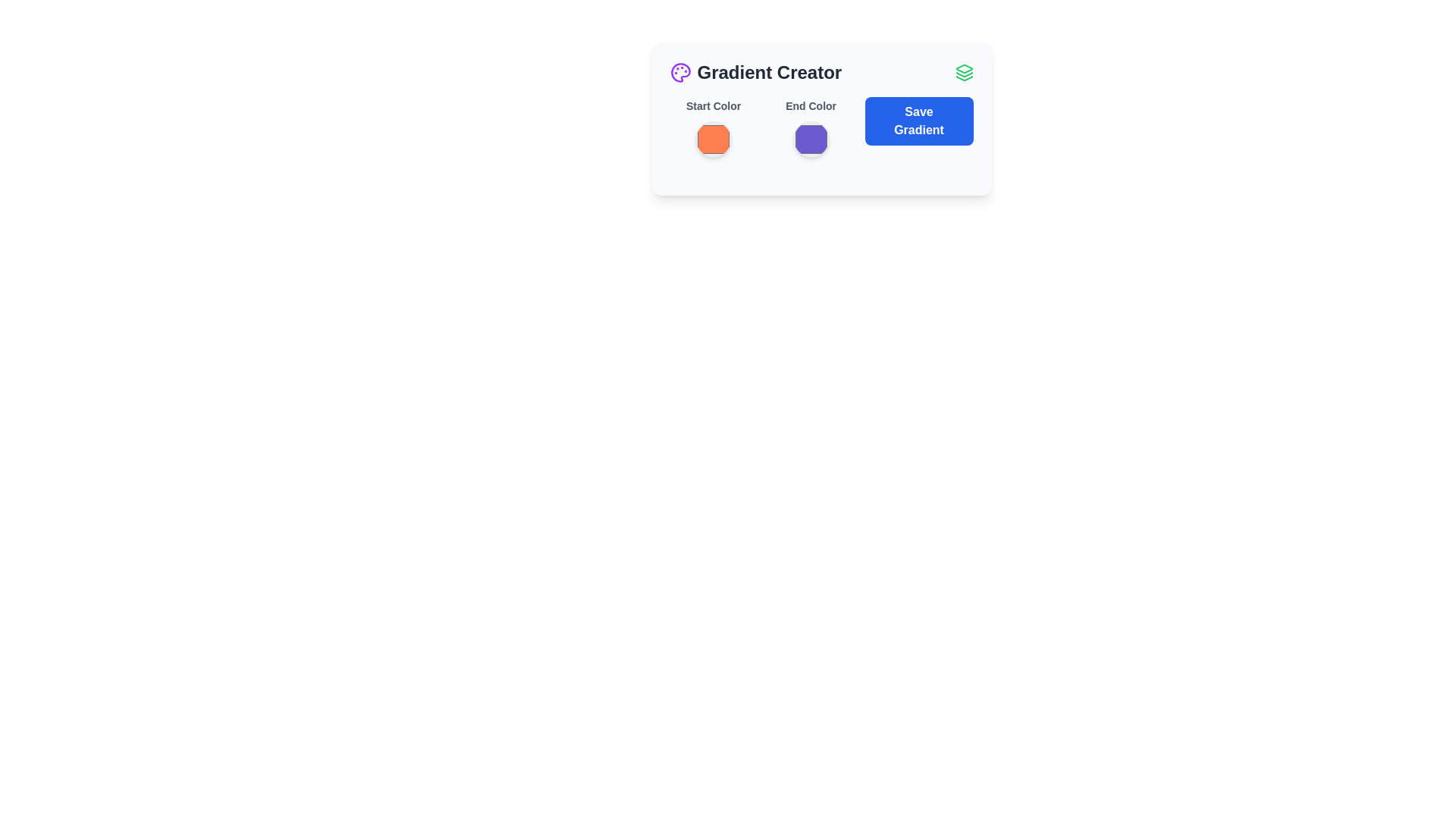  What do you see at coordinates (712, 127) in the screenshot?
I see `the 'Start Color' circular color picker component, which is prominently located on the left side of the gradient editor interface, to pick a new color` at bounding box center [712, 127].